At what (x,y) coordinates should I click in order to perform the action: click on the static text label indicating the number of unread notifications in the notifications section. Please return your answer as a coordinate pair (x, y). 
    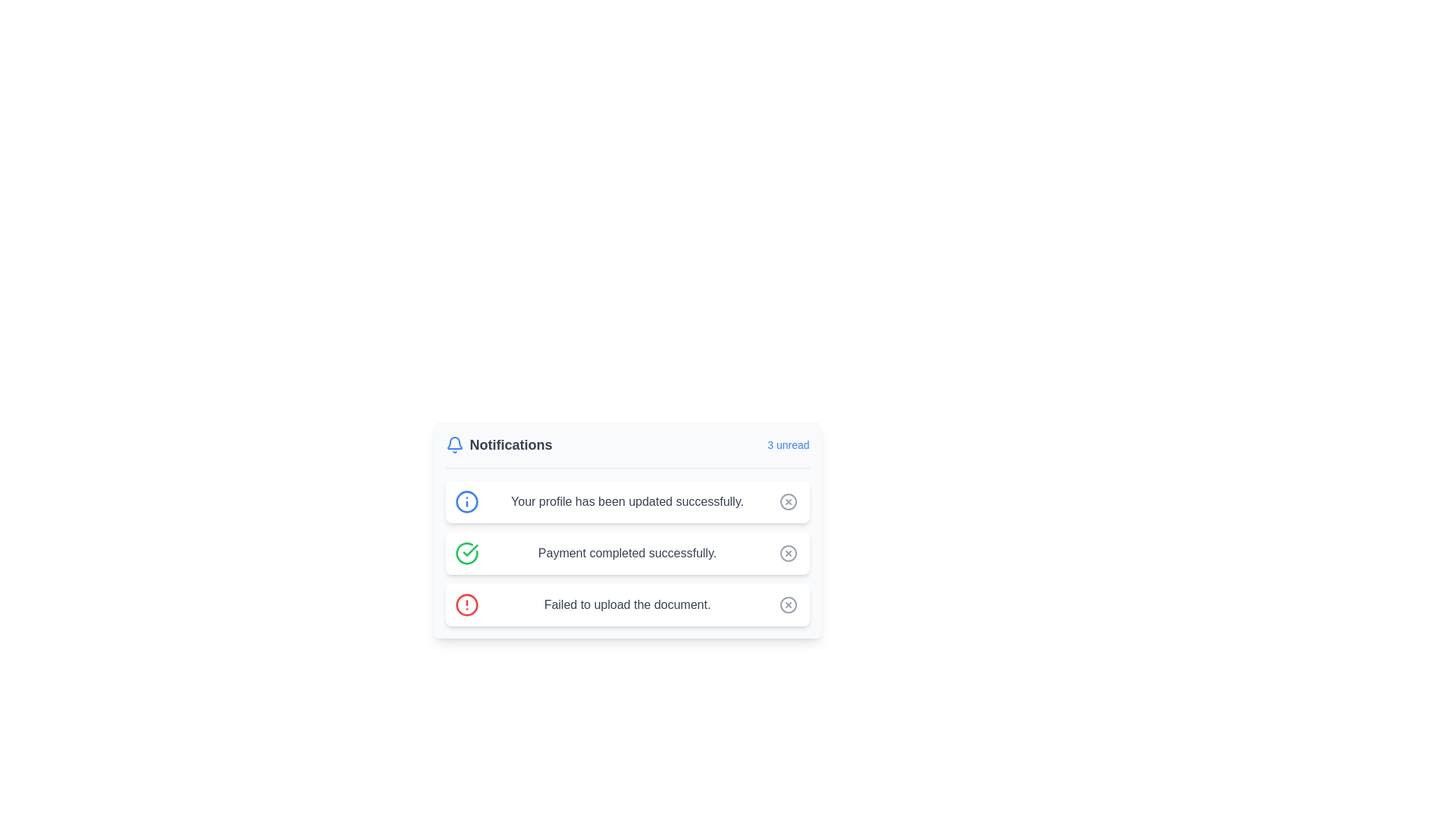
    Looking at the image, I should click on (788, 444).